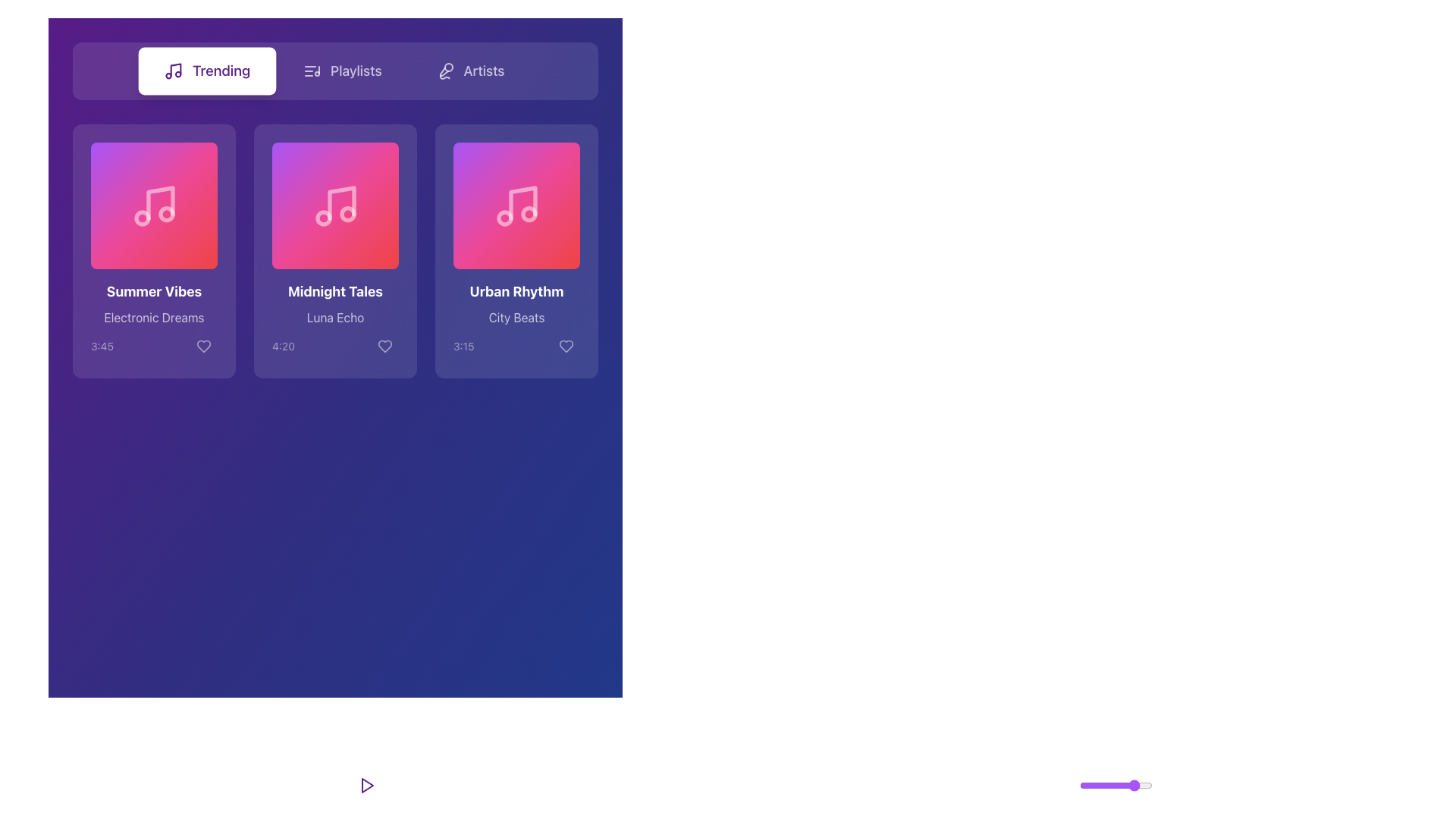 The image size is (1456, 819). Describe the element at coordinates (1141, 785) in the screenshot. I see `the slider` at that location.